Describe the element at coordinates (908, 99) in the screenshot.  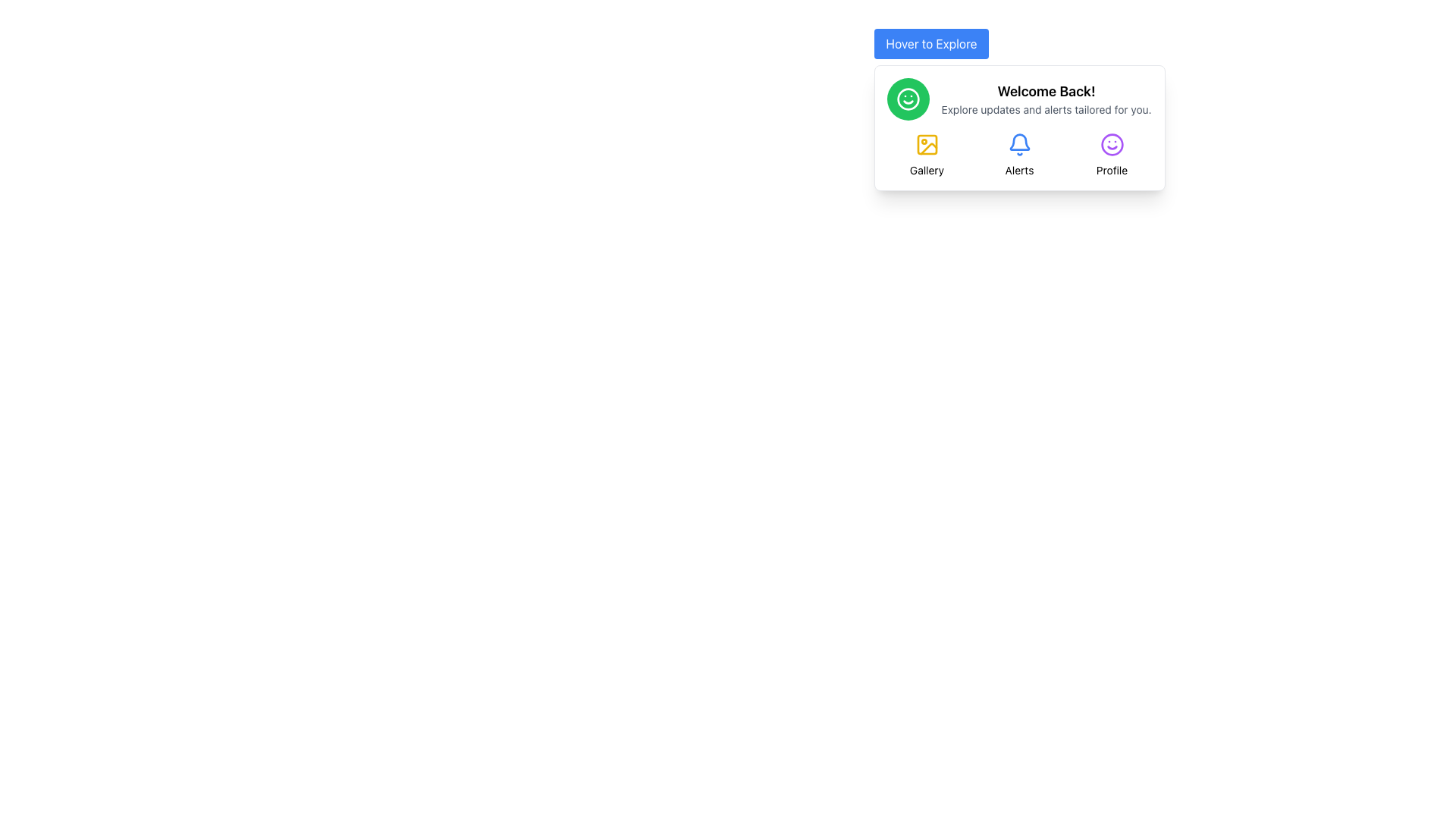
I see `the decorative smiling face icon located to the left of the 'Welcome Back!' heading` at that location.